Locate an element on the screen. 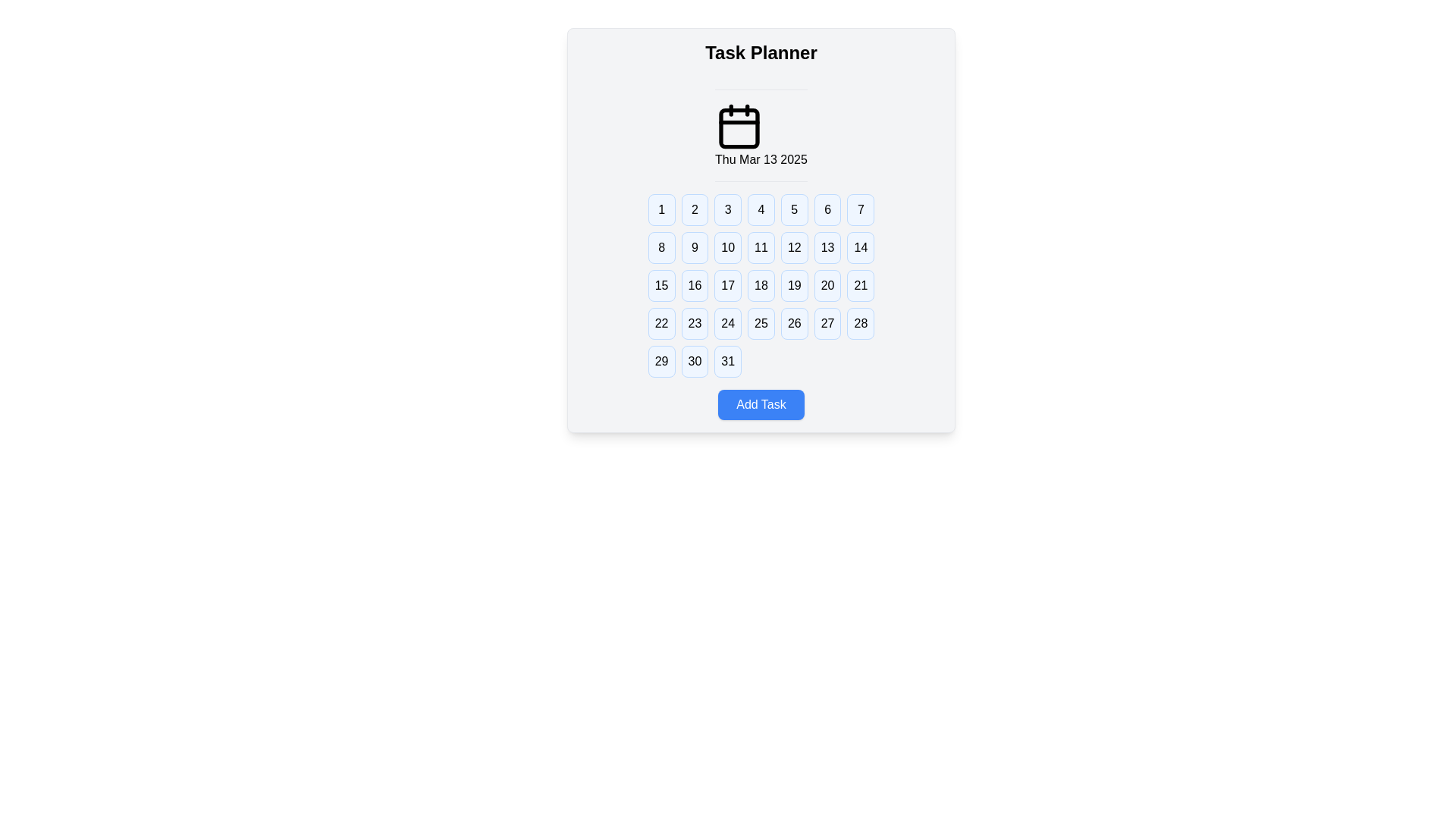 Image resolution: width=1456 pixels, height=819 pixels. the static text displaying the currently selected date, located just below the calendar icon in the header of the calendar interface is located at coordinates (761, 160).